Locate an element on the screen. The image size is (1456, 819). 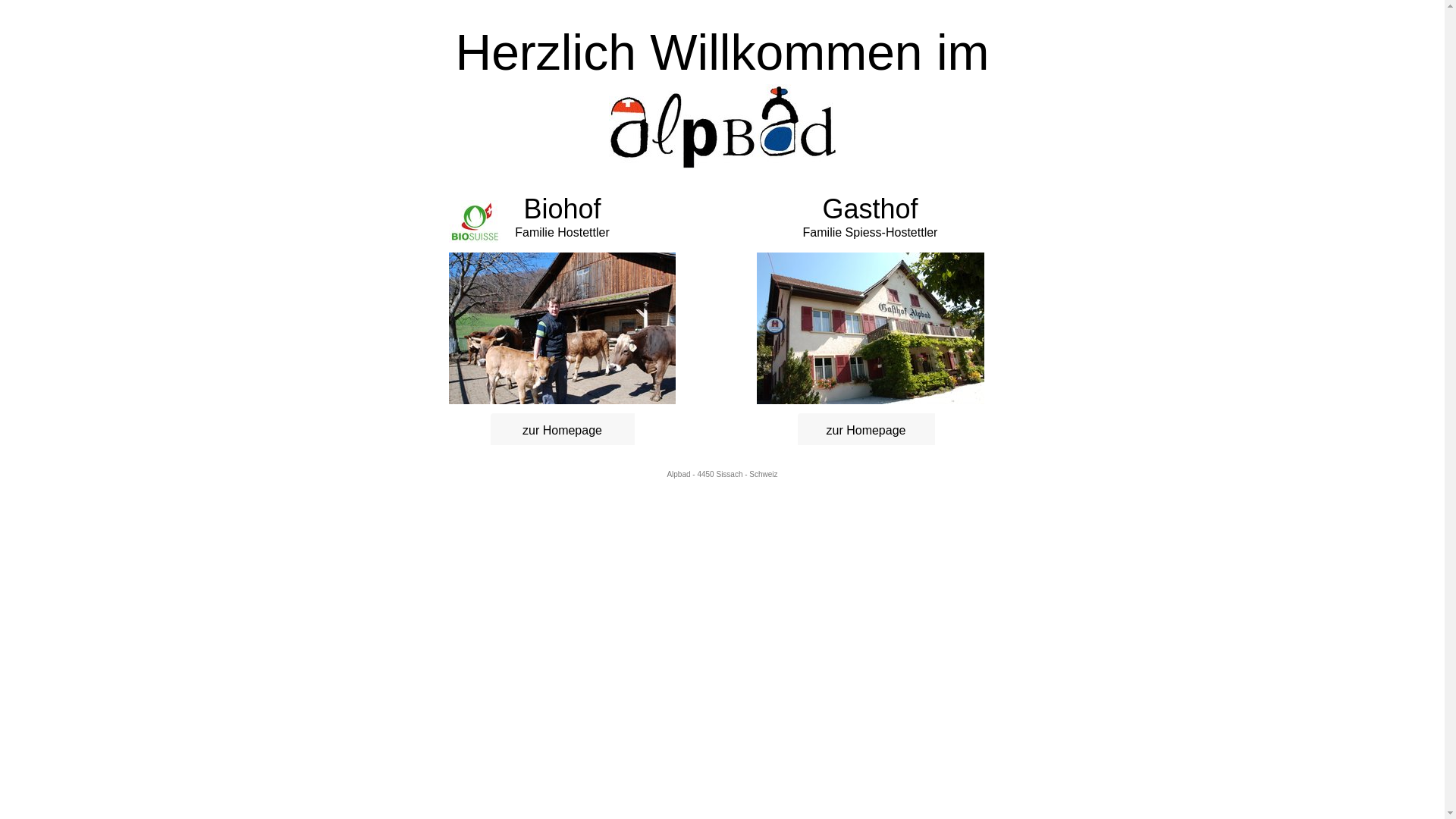
'Gasthof' is located at coordinates (870, 209).